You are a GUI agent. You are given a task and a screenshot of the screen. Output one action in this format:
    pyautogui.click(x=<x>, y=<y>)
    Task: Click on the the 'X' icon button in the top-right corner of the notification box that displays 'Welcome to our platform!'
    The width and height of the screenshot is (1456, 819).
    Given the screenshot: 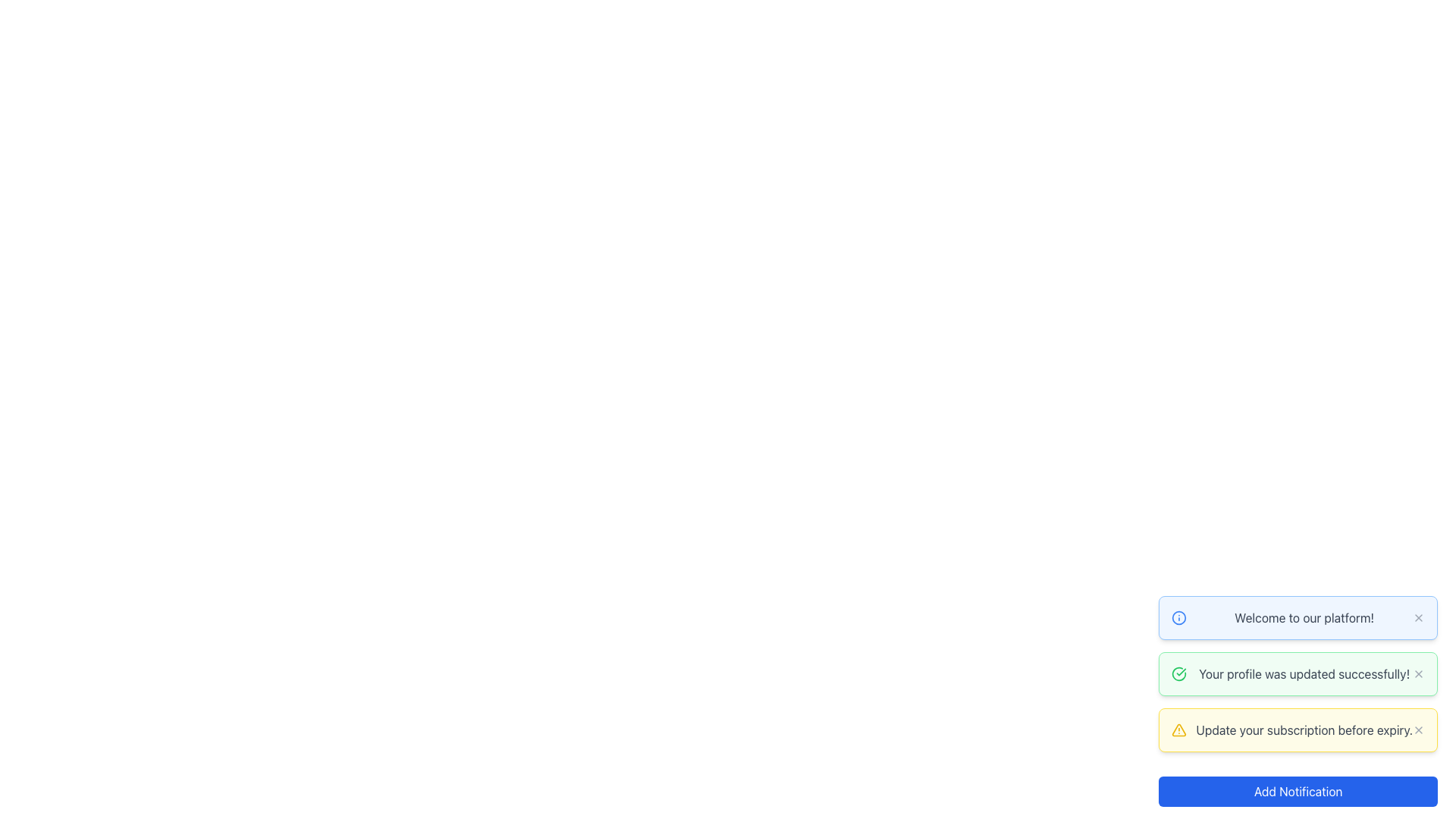 What is the action you would take?
    pyautogui.click(x=1418, y=617)
    